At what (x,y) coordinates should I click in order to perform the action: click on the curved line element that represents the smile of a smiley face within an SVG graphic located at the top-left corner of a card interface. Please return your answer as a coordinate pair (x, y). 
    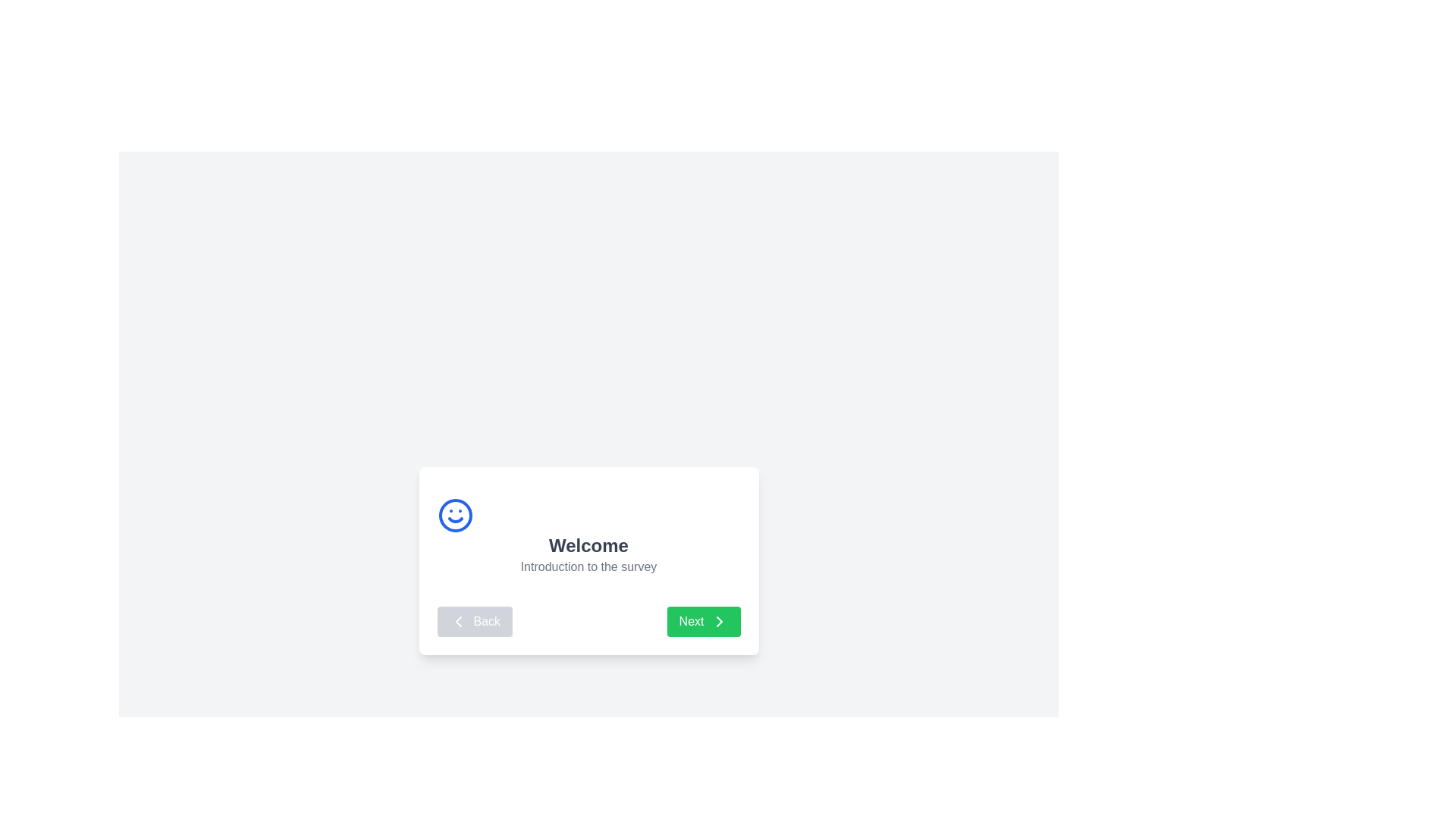
    Looking at the image, I should click on (454, 519).